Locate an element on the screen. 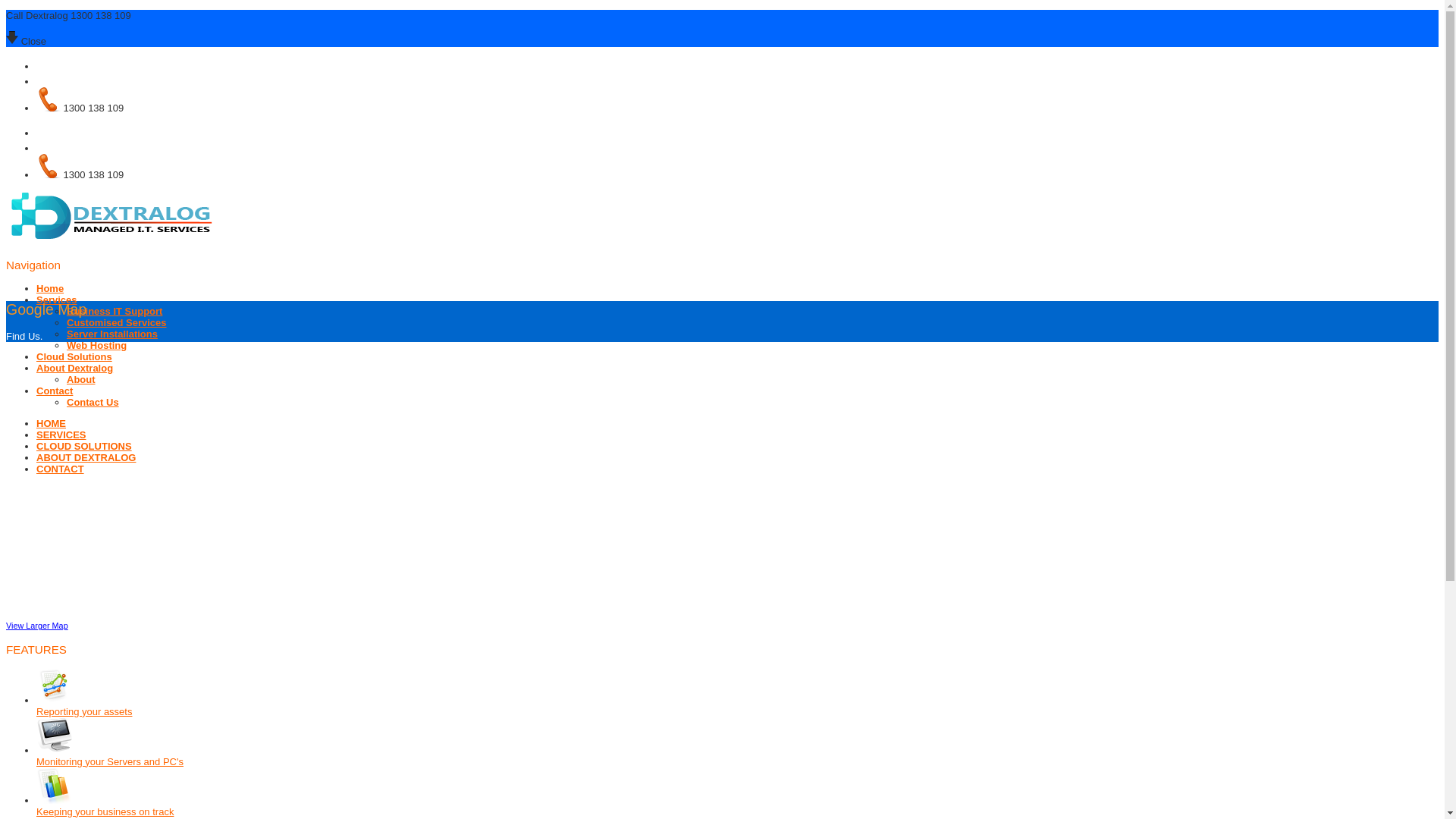  'HOME' is located at coordinates (51, 423).